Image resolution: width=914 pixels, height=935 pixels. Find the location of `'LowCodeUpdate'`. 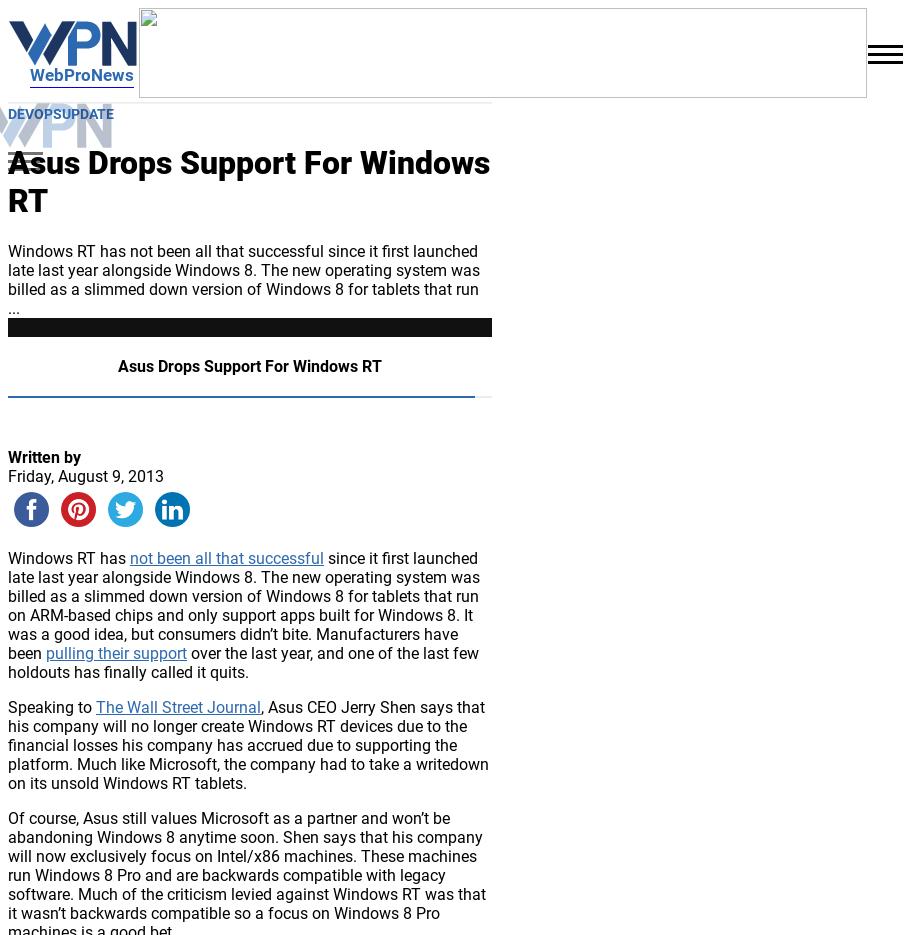

'LowCodeUpdate' is located at coordinates (146, 373).